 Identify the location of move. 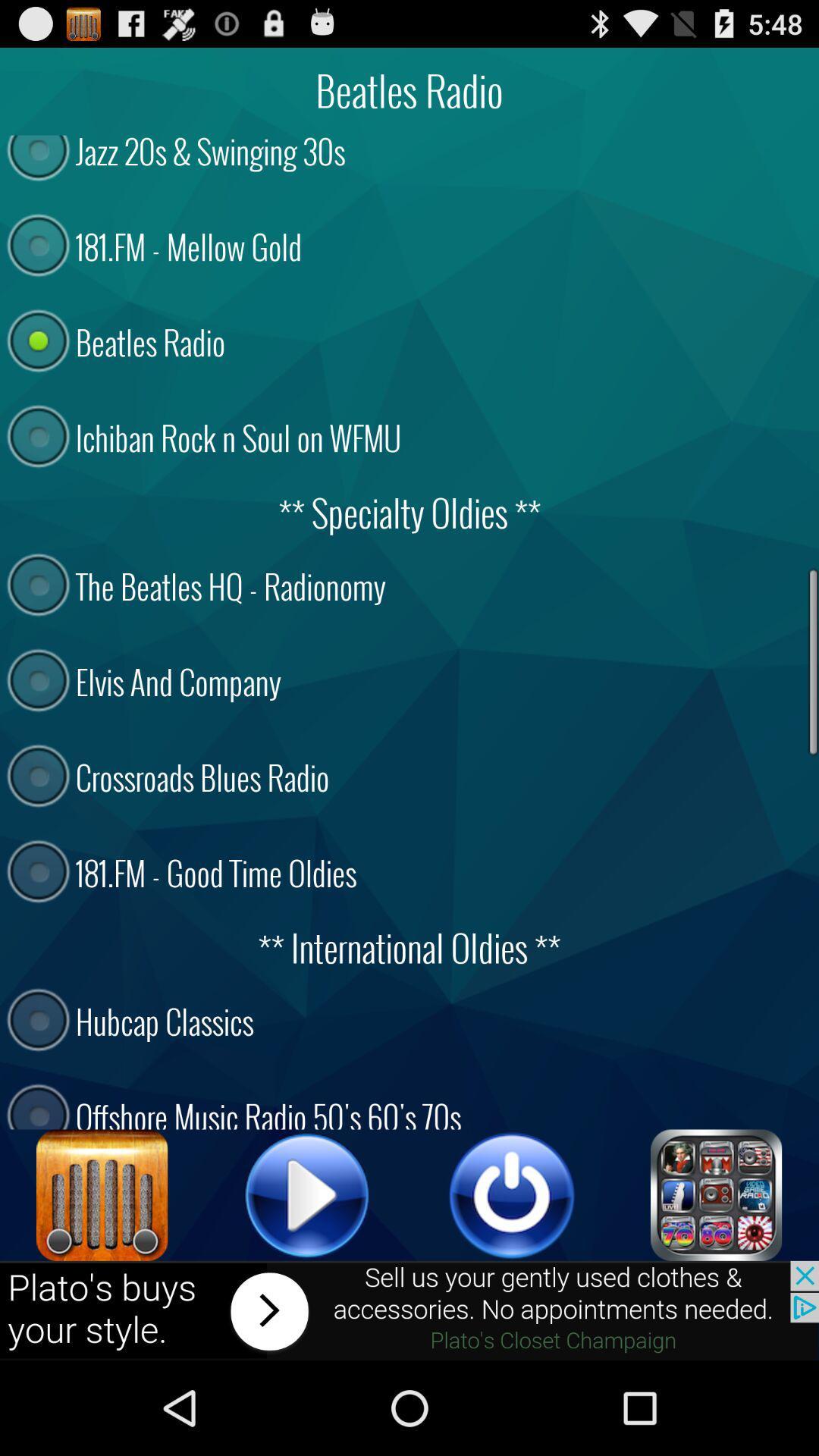
(409, 1310).